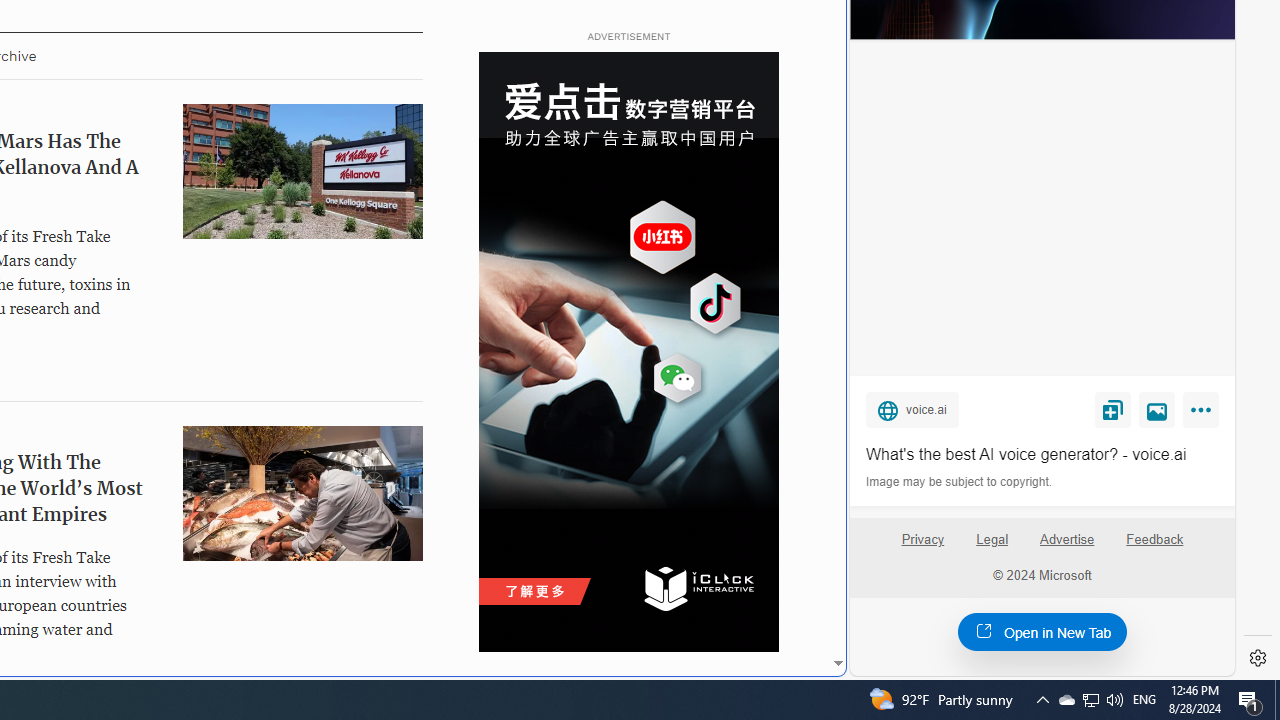 Image resolution: width=1280 pixels, height=720 pixels. What do you see at coordinates (1111, 408) in the screenshot?
I see `'Save'` at bounding box center [1111, 408].